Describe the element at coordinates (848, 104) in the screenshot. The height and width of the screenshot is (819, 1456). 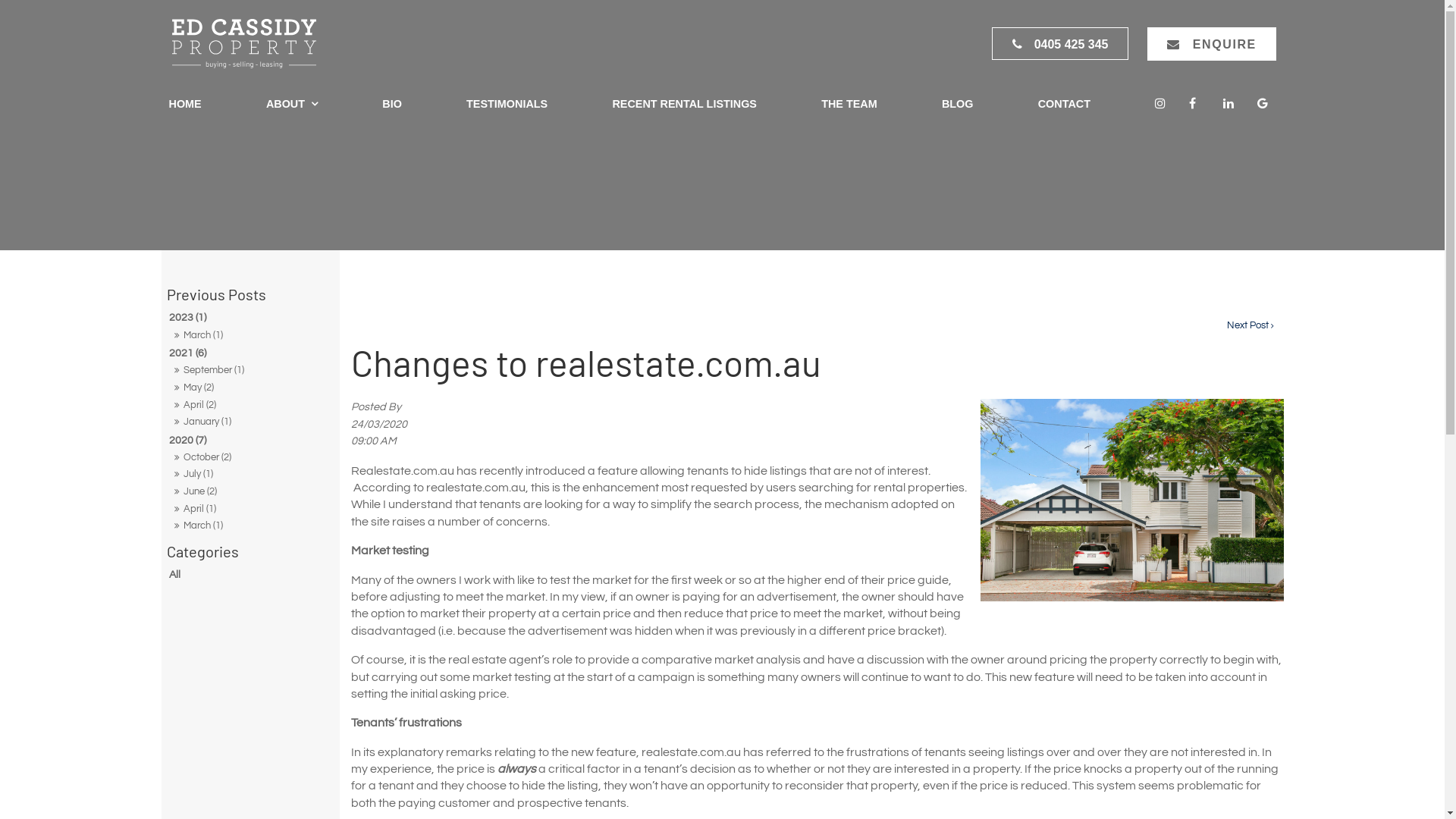
I see `'THE TEAM'` at that location.